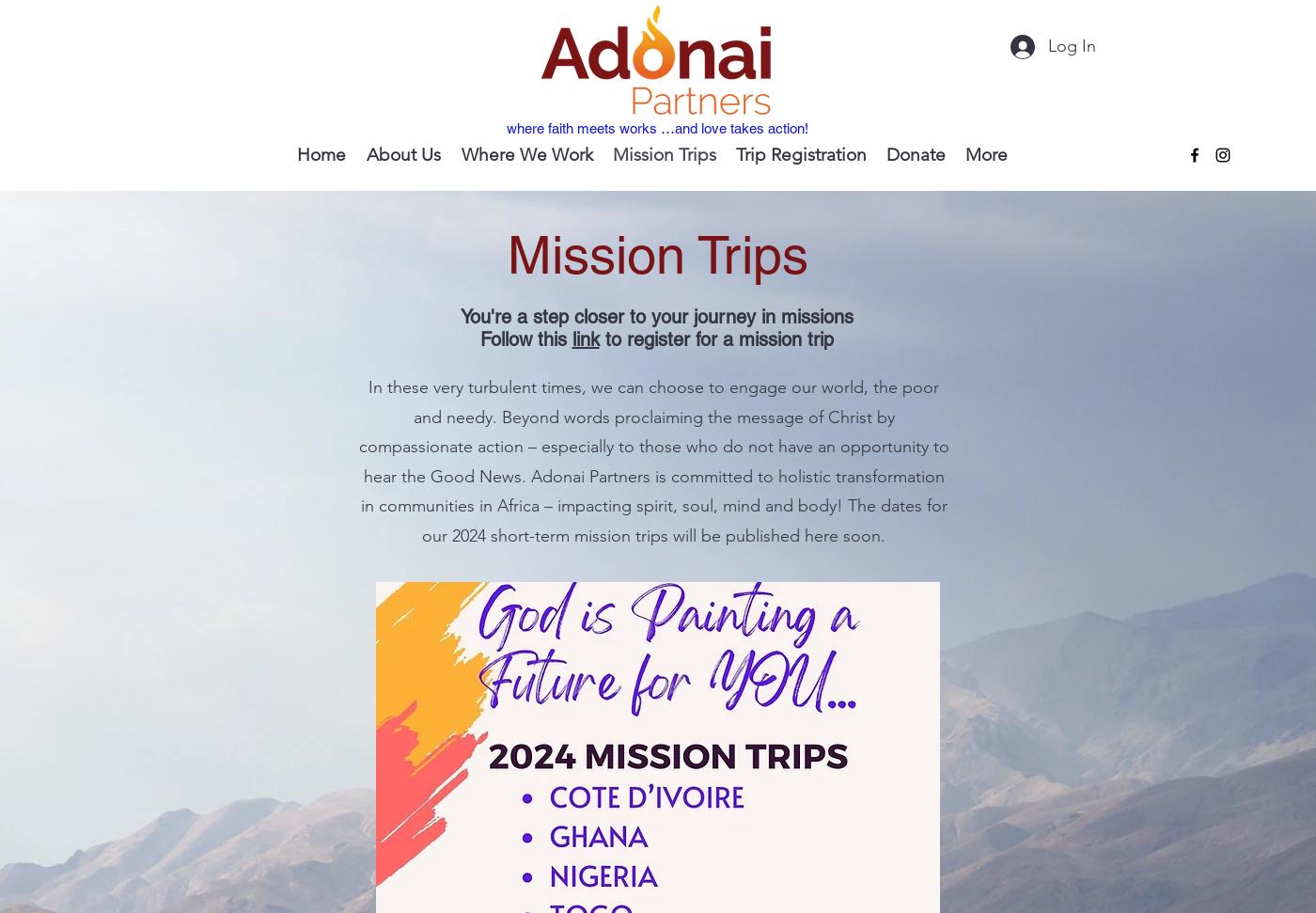  Describe the element at coordinates (321, 153) in the screenshot. I see `'Home'` at that location.